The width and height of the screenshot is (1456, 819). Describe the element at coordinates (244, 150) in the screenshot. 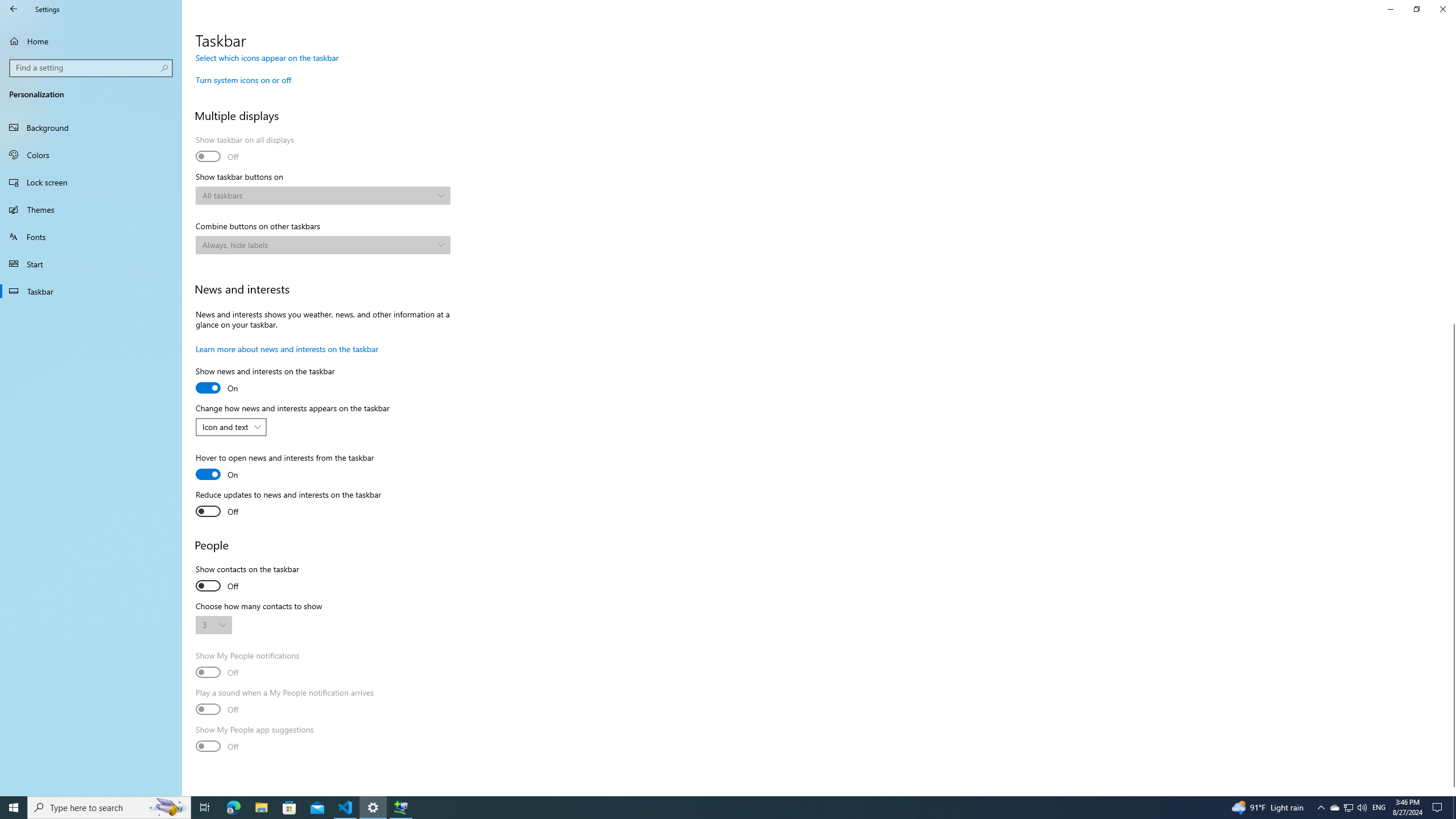

I see `'Show taskbar on all displays'` at that location.